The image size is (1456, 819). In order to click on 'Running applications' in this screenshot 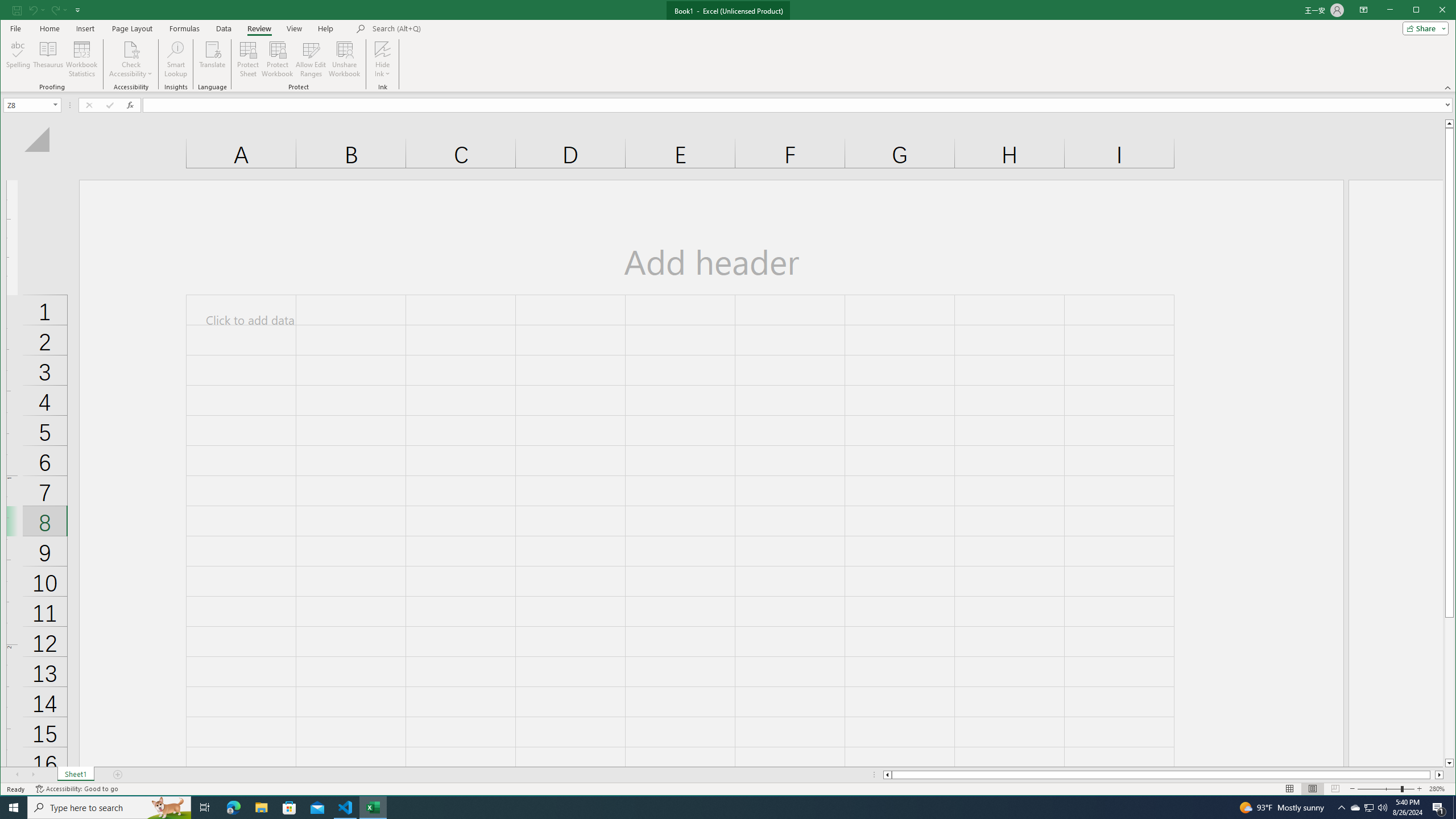, I will do `click(717, 806)`.